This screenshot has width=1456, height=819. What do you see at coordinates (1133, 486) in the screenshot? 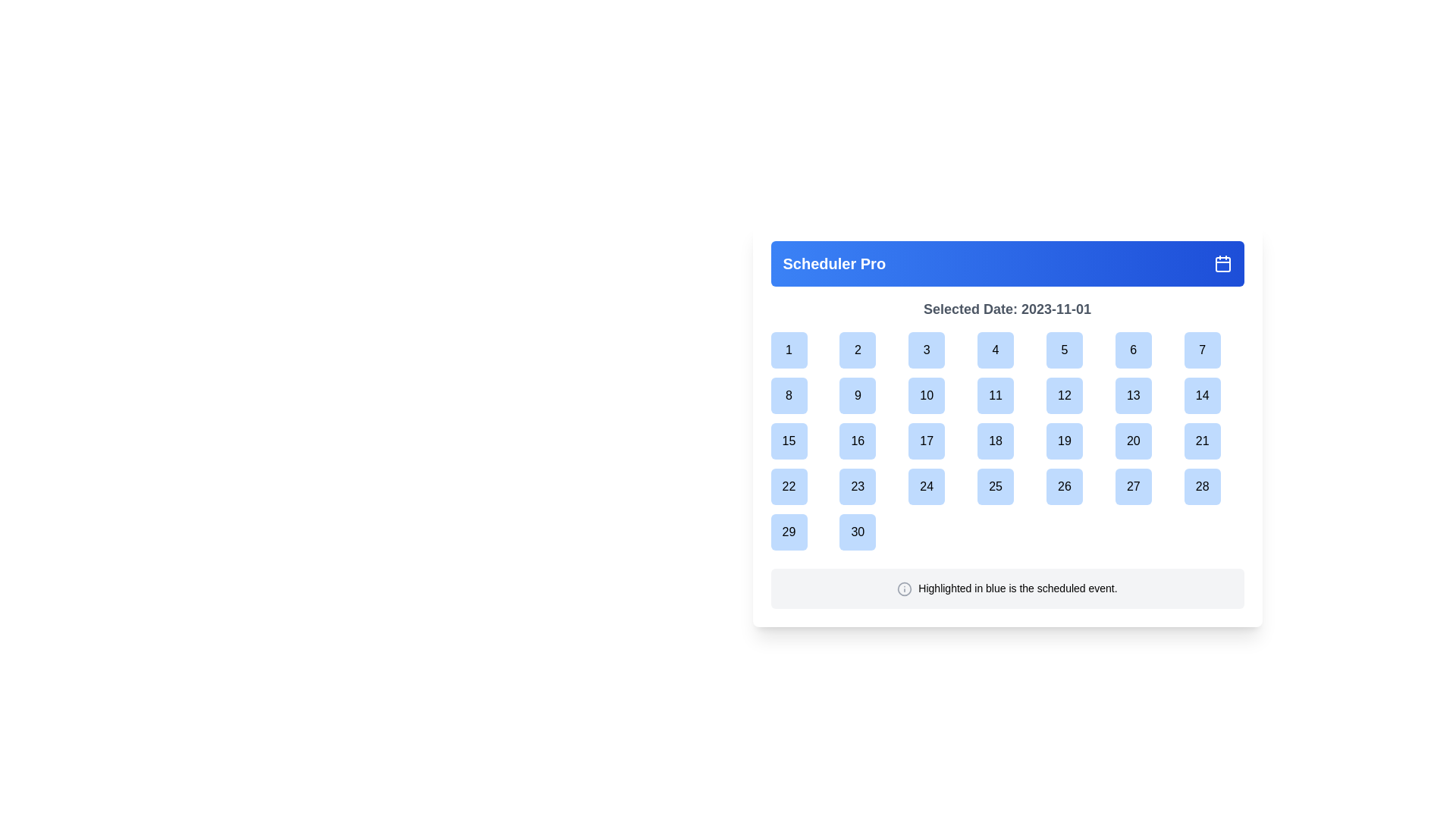
I see `the selectable date button in the calendar view located at the bottom-right part of the calendar interface, specifically the seventh element in the bottom row, between '26' and '28'` at bounding box center [1133, 486].